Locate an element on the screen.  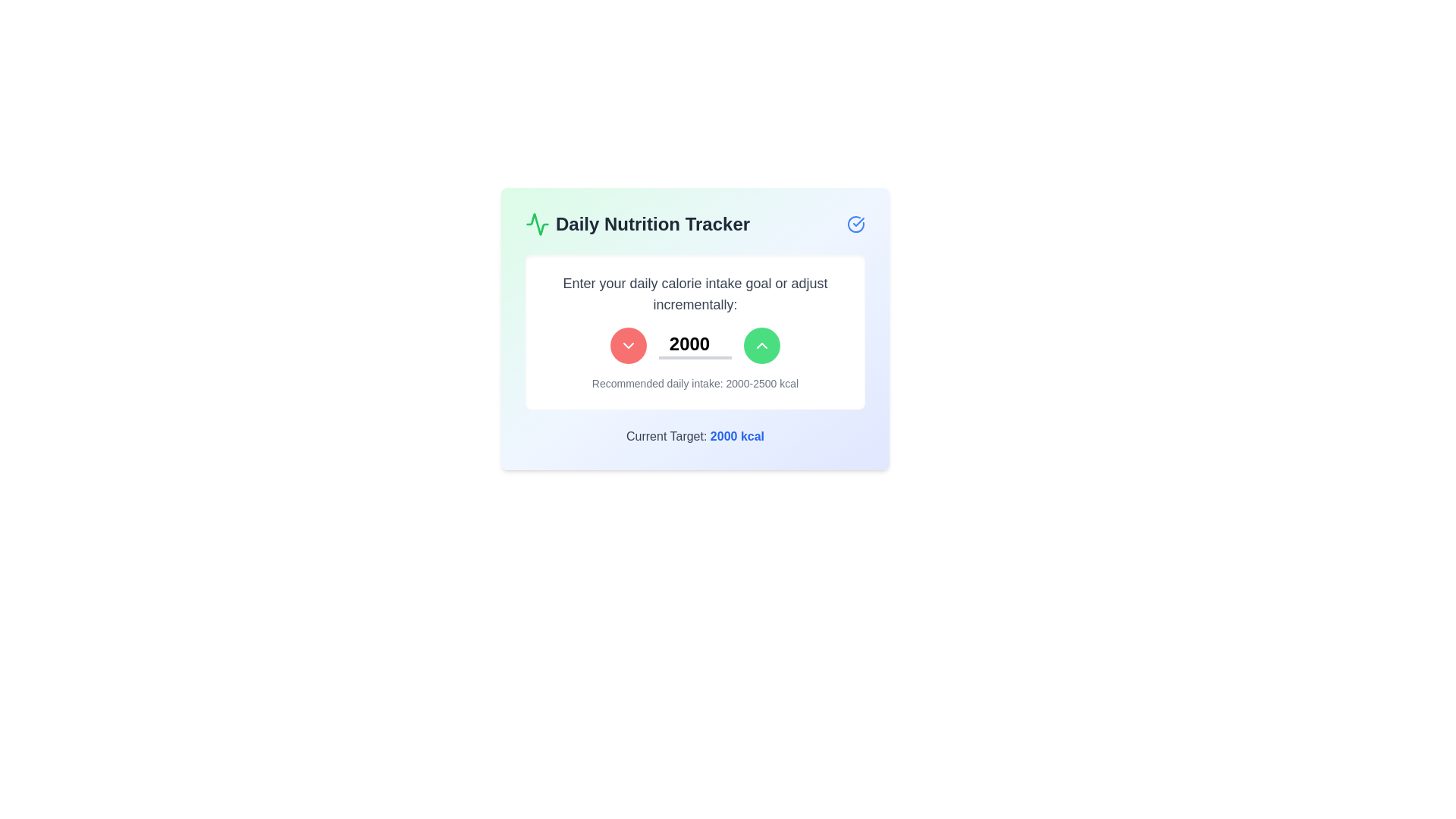
the Decorative icon located in the top-left corner of the 'Daily Nutrition Tracker' card, which serves as a logo or indicator related to activity or monitoring is located at coordinates (538, 224).